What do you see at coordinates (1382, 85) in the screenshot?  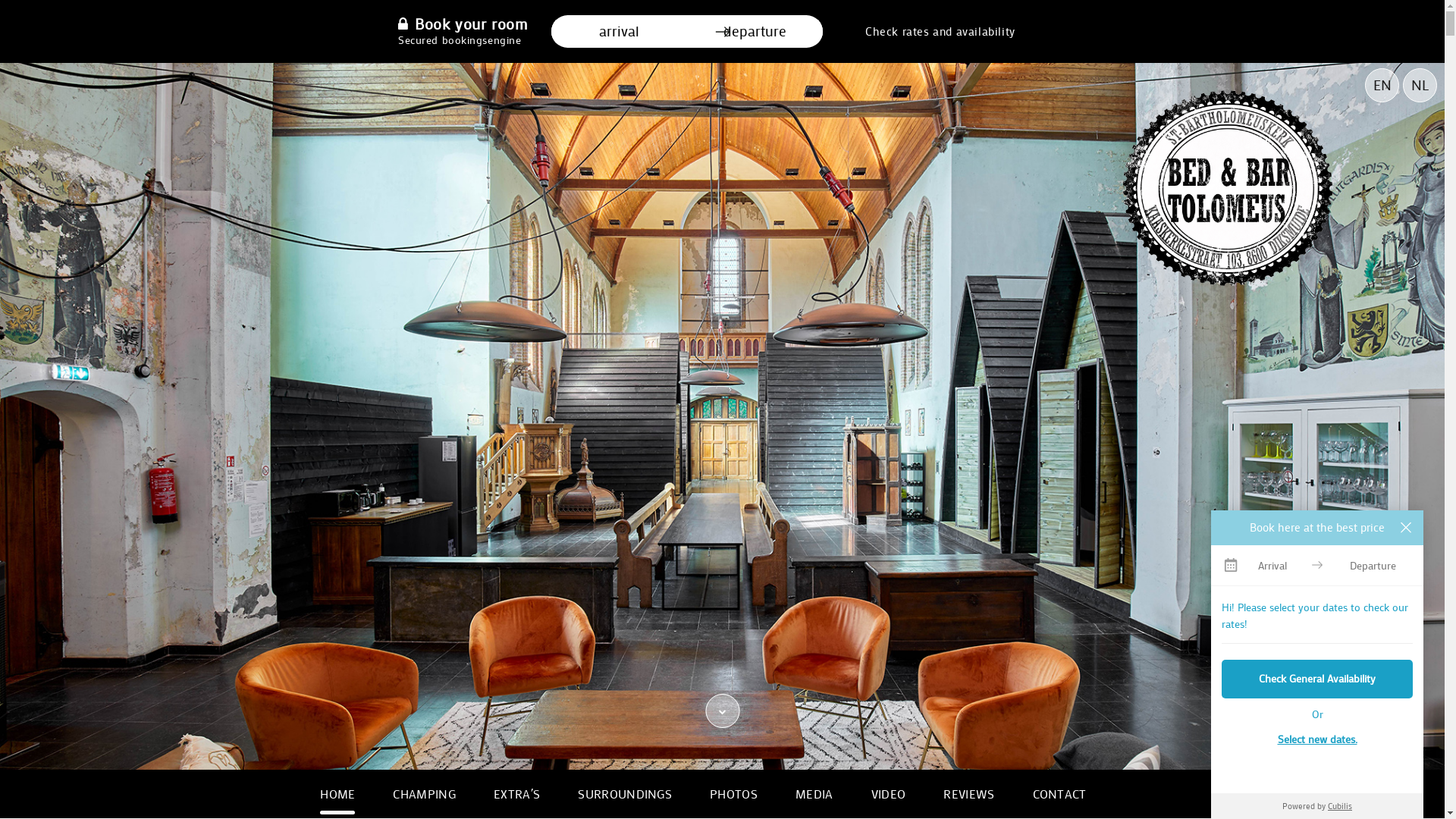 I see `'EN'` at bounding box center [1382, 85].